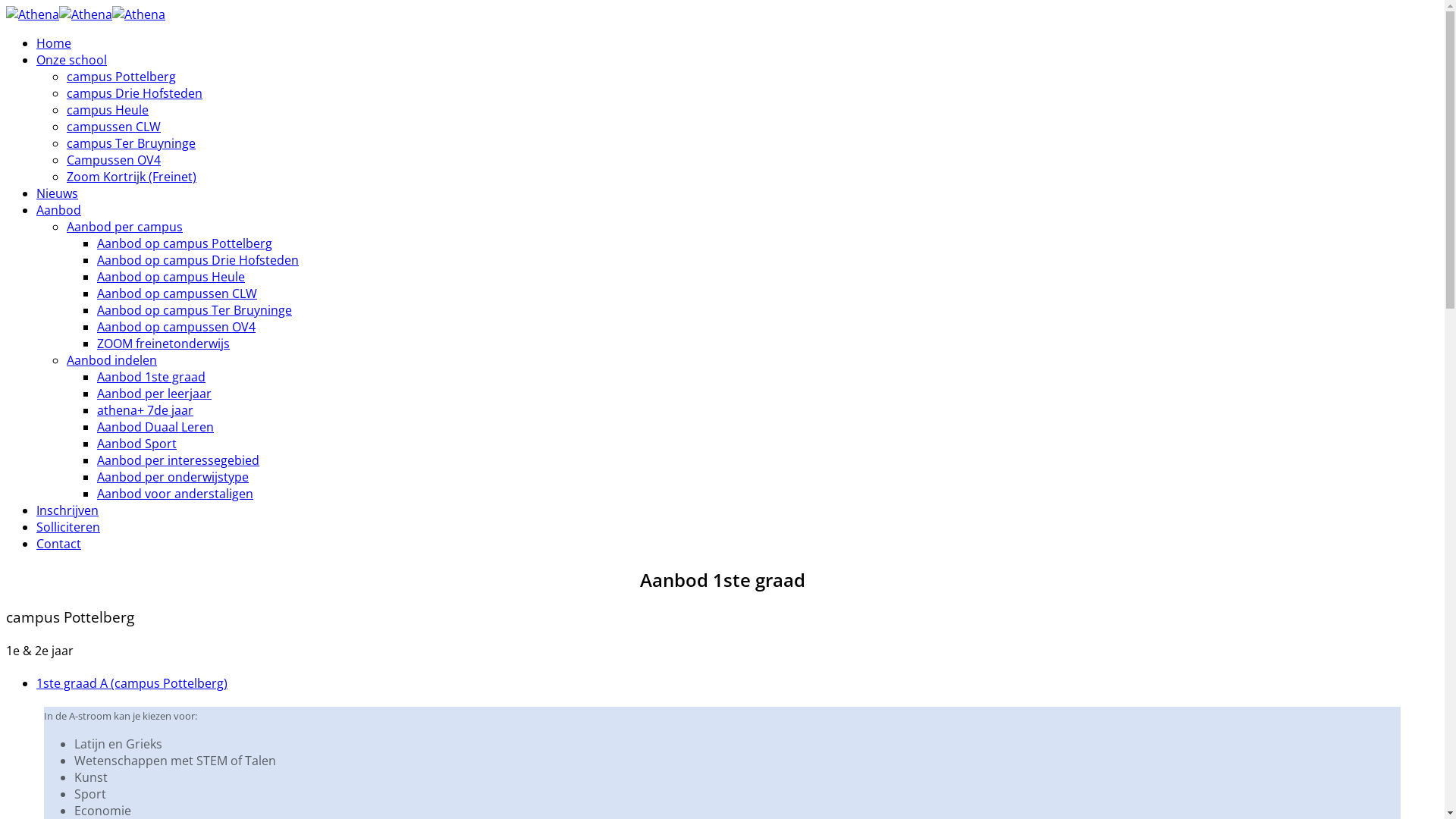 The width and height of the screenshot is (1456, 819). I want to click on 'Home', so click(54, 42).